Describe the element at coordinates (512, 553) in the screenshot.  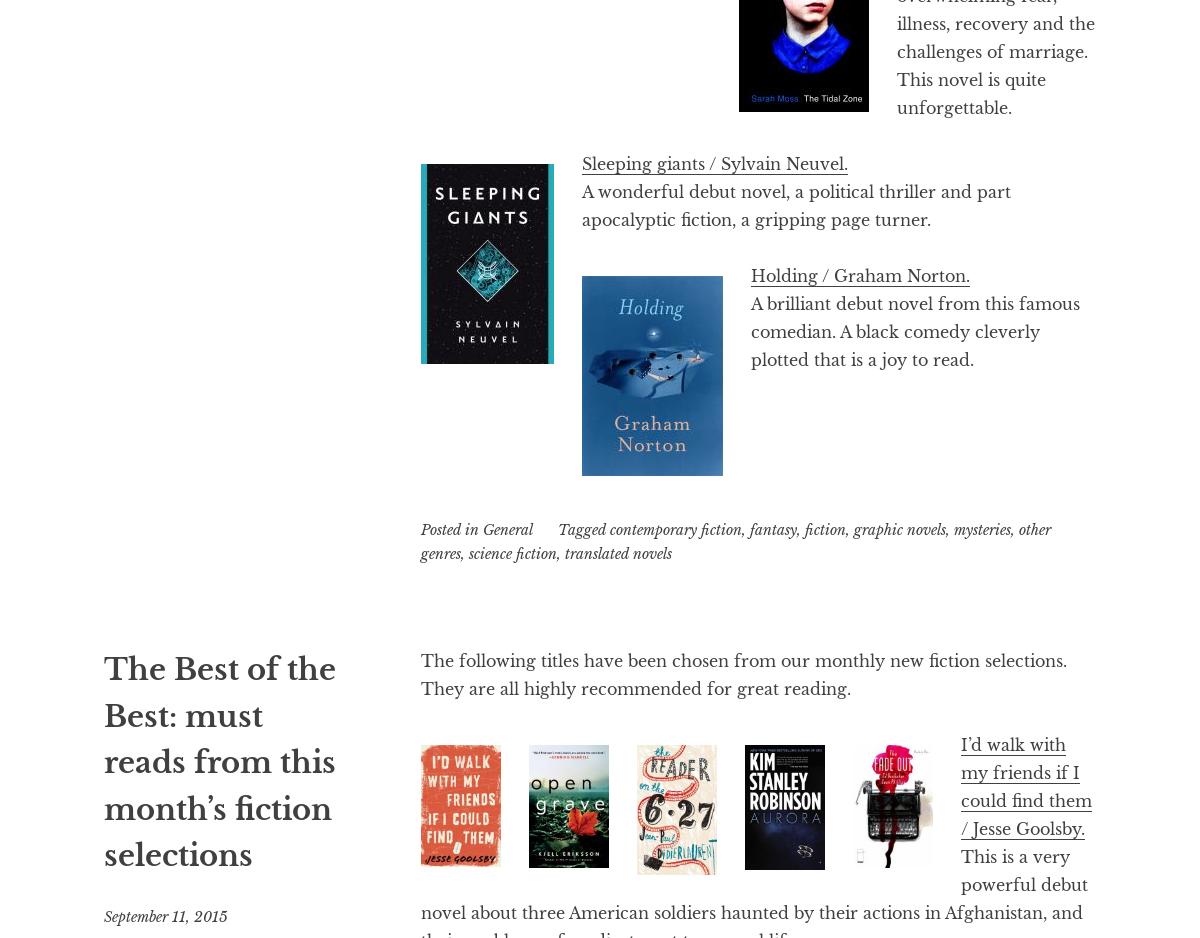
I see `'science fiction'` at that location.